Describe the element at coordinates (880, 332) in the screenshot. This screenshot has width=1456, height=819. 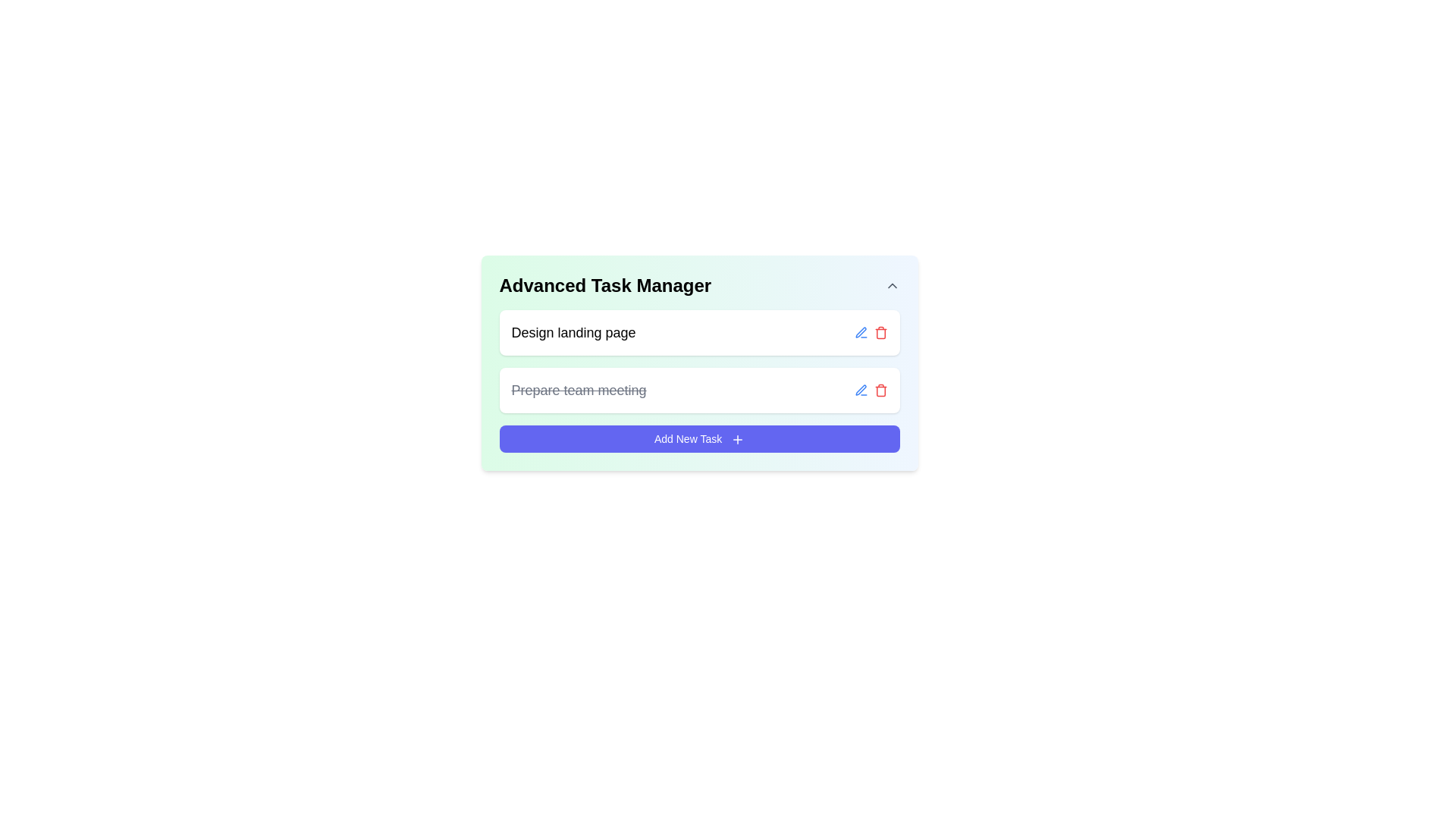
I see `the delete button located in the second item of the task list under 'Advanced Task Manager'` at that location.